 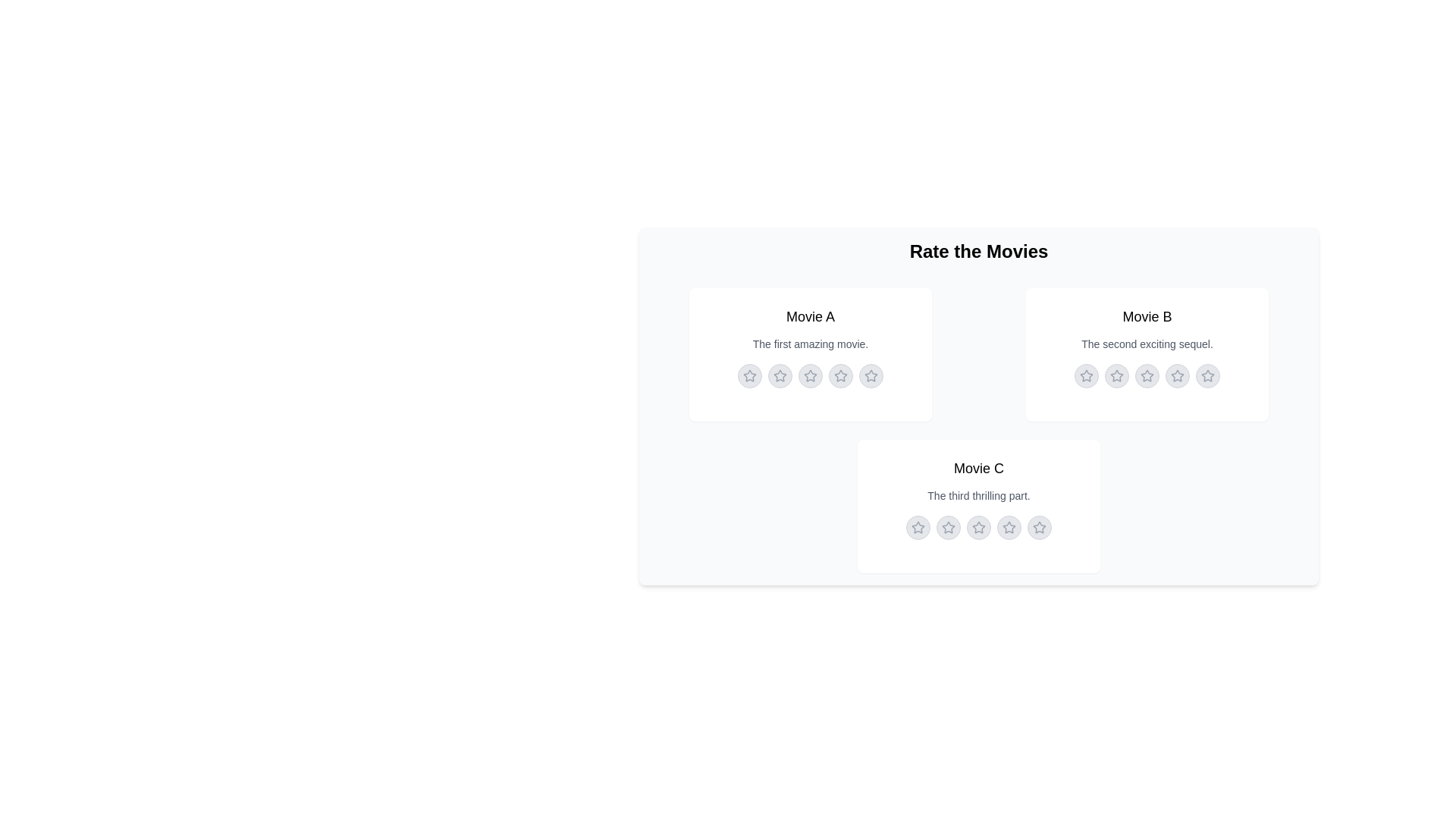 I want to click on the first star in the rating group for 'Movie C', so click(x=917, y=526).